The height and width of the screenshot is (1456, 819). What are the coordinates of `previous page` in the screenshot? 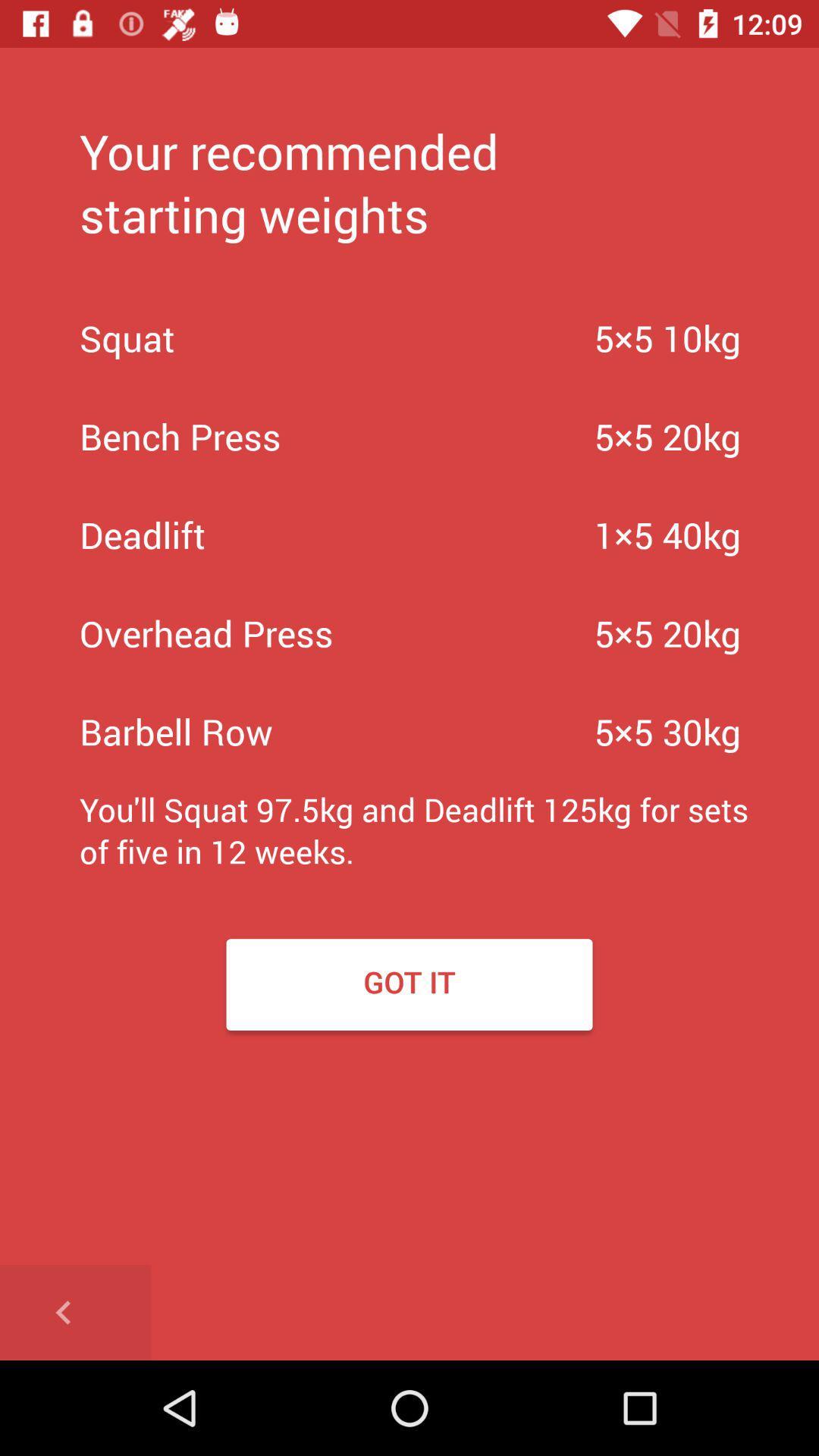 It's located at (75, 1312).